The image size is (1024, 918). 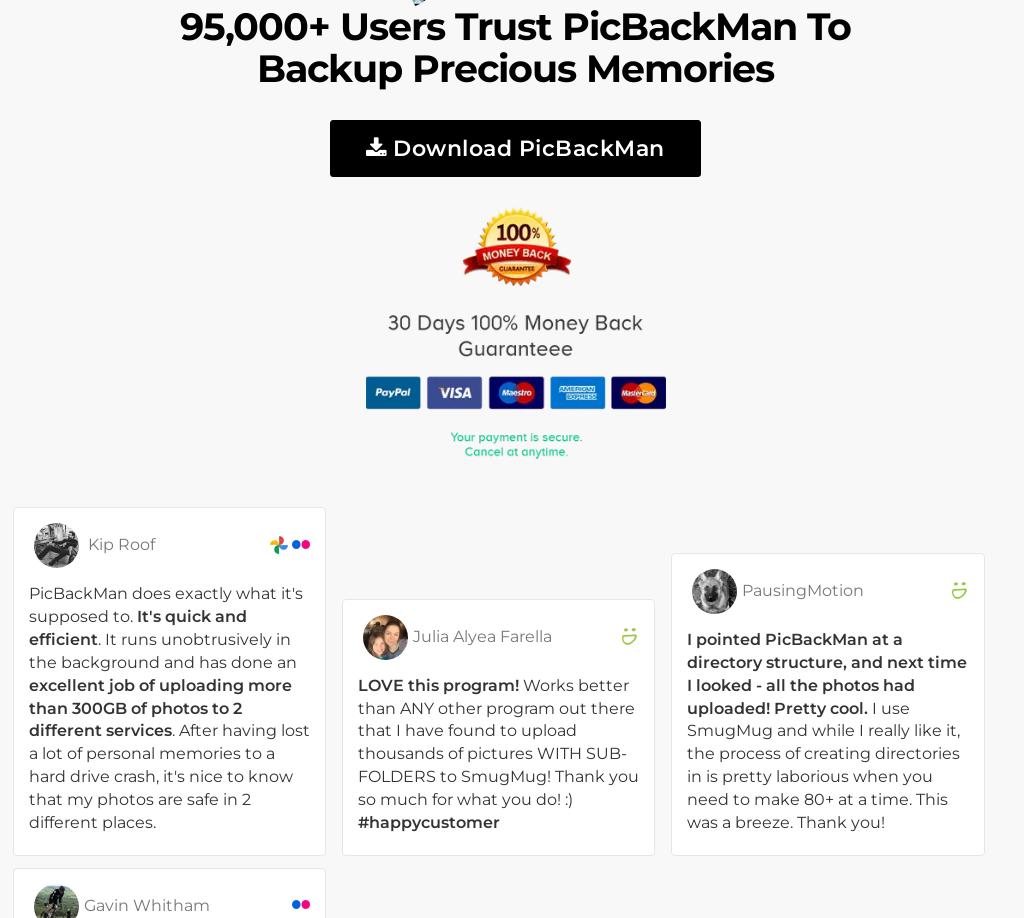 I want to click on 'LOVE this program!', so click(x=438, y=684).